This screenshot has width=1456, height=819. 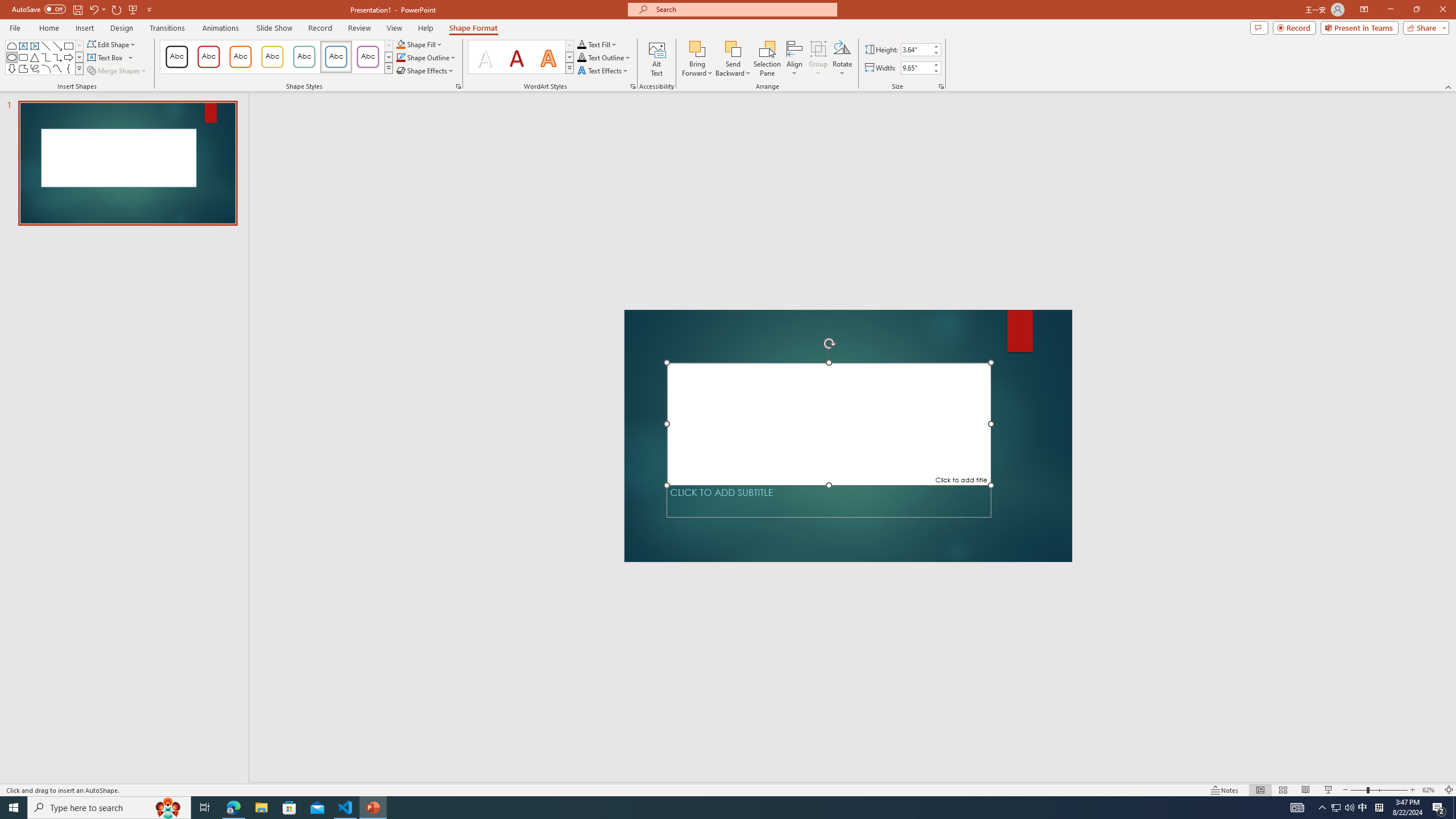 I want to click on 'Colored Outline - Purple, Accent 6', so click(x=368, y=56).